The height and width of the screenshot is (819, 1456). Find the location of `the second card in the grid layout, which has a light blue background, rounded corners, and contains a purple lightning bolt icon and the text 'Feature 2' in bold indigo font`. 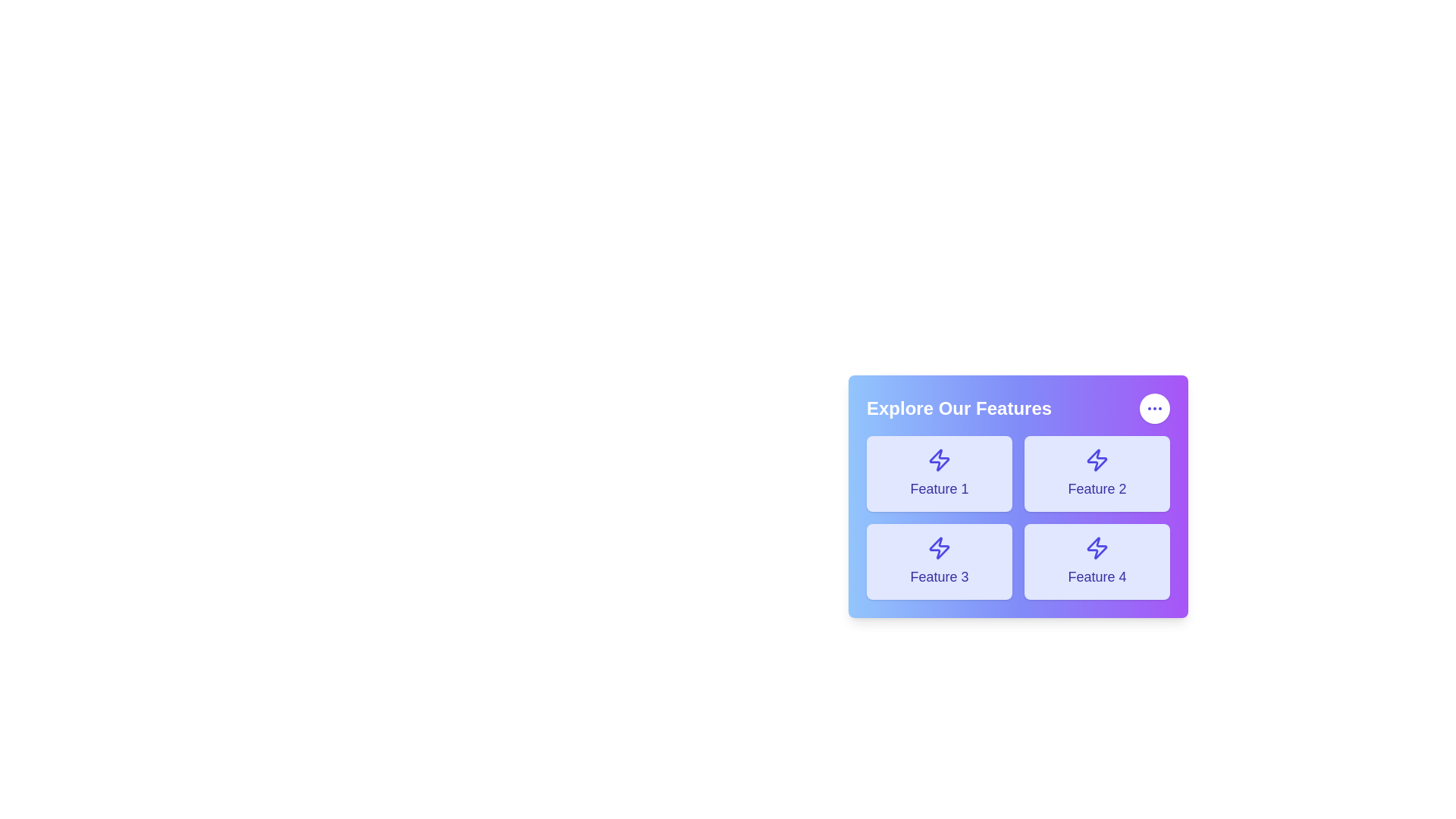

the second card in the grid layout, which has a light blue background, rounded corners, and contains a purple lightning bolt icon and the text 'Feature 2' in bold indigo font is located at coordinates (1097, 472).